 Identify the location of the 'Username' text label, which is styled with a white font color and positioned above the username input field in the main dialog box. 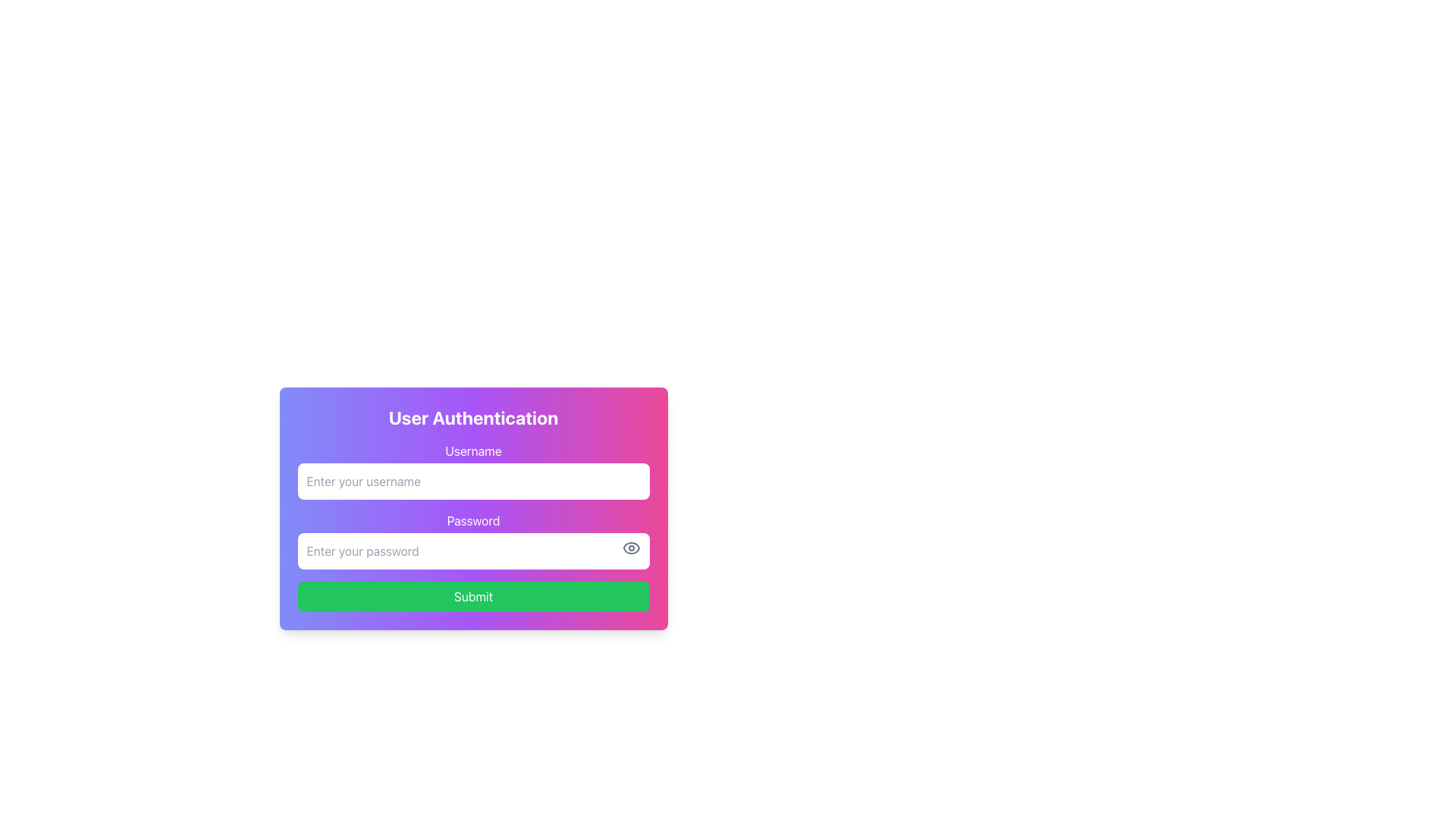
(472, 450).